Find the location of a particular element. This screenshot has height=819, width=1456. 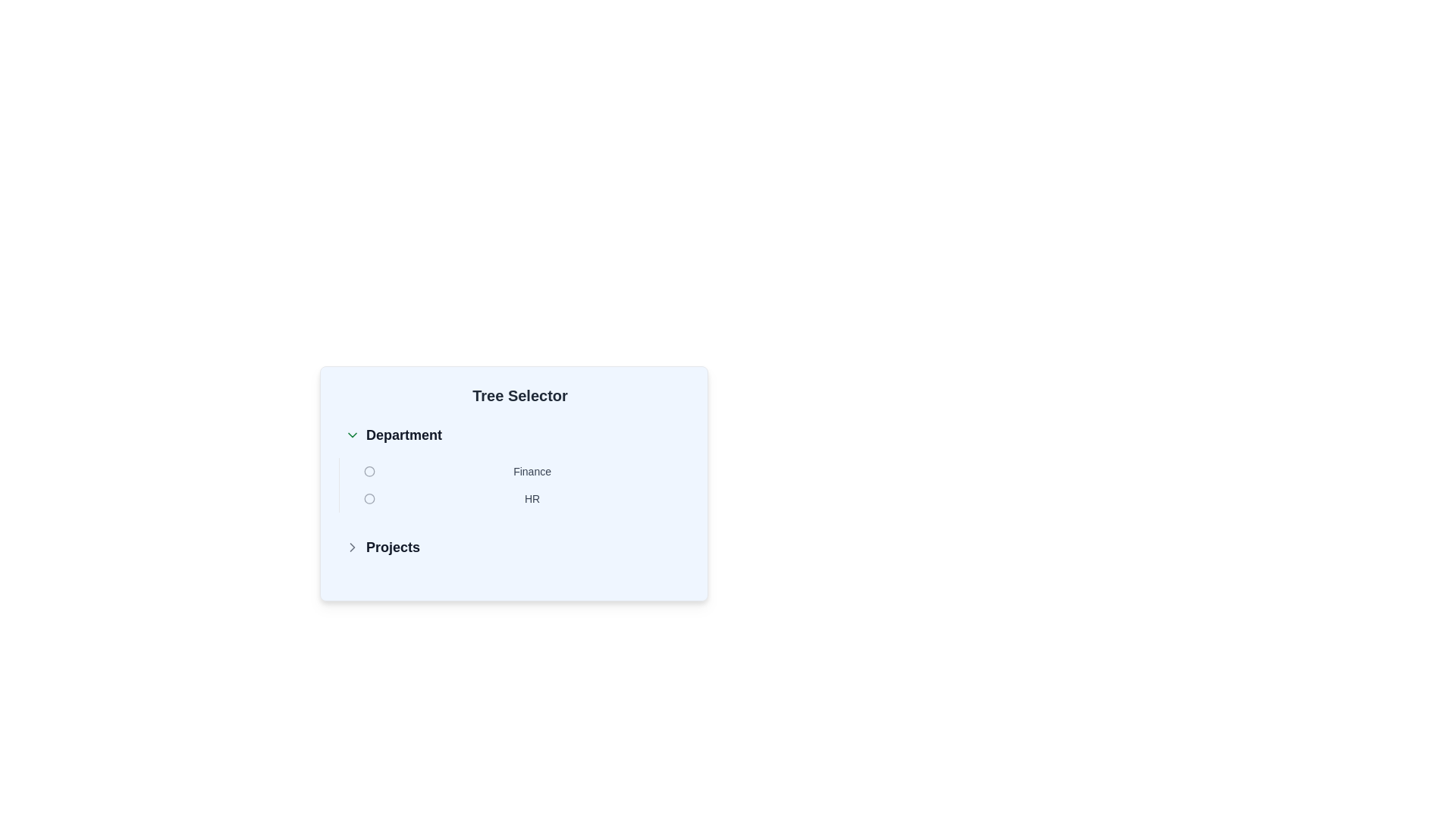

the 'Tree Selector' collapsible tree selector element is located at coordinates (513, 487).